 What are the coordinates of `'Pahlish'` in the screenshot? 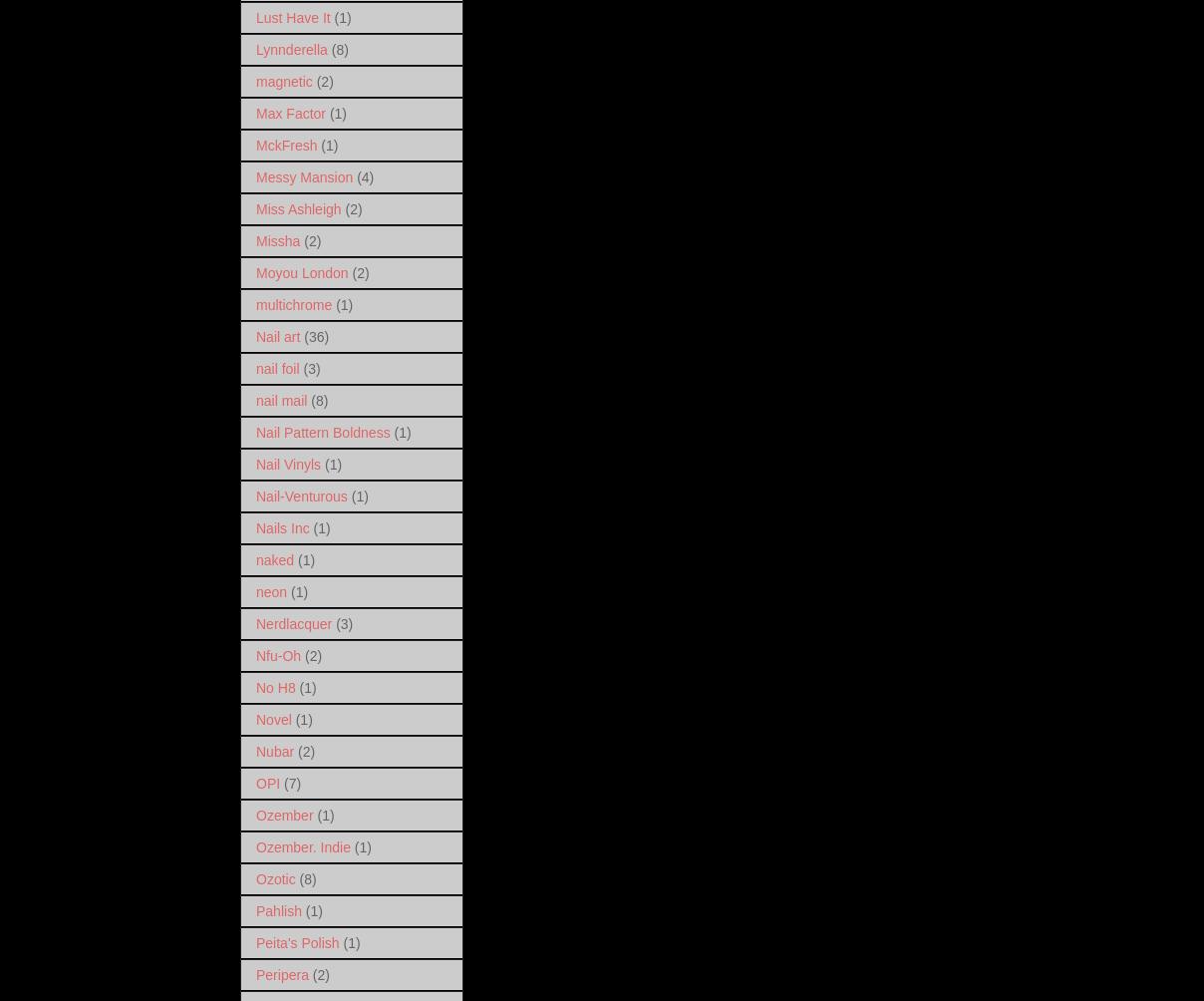 It's located at (278, 909).